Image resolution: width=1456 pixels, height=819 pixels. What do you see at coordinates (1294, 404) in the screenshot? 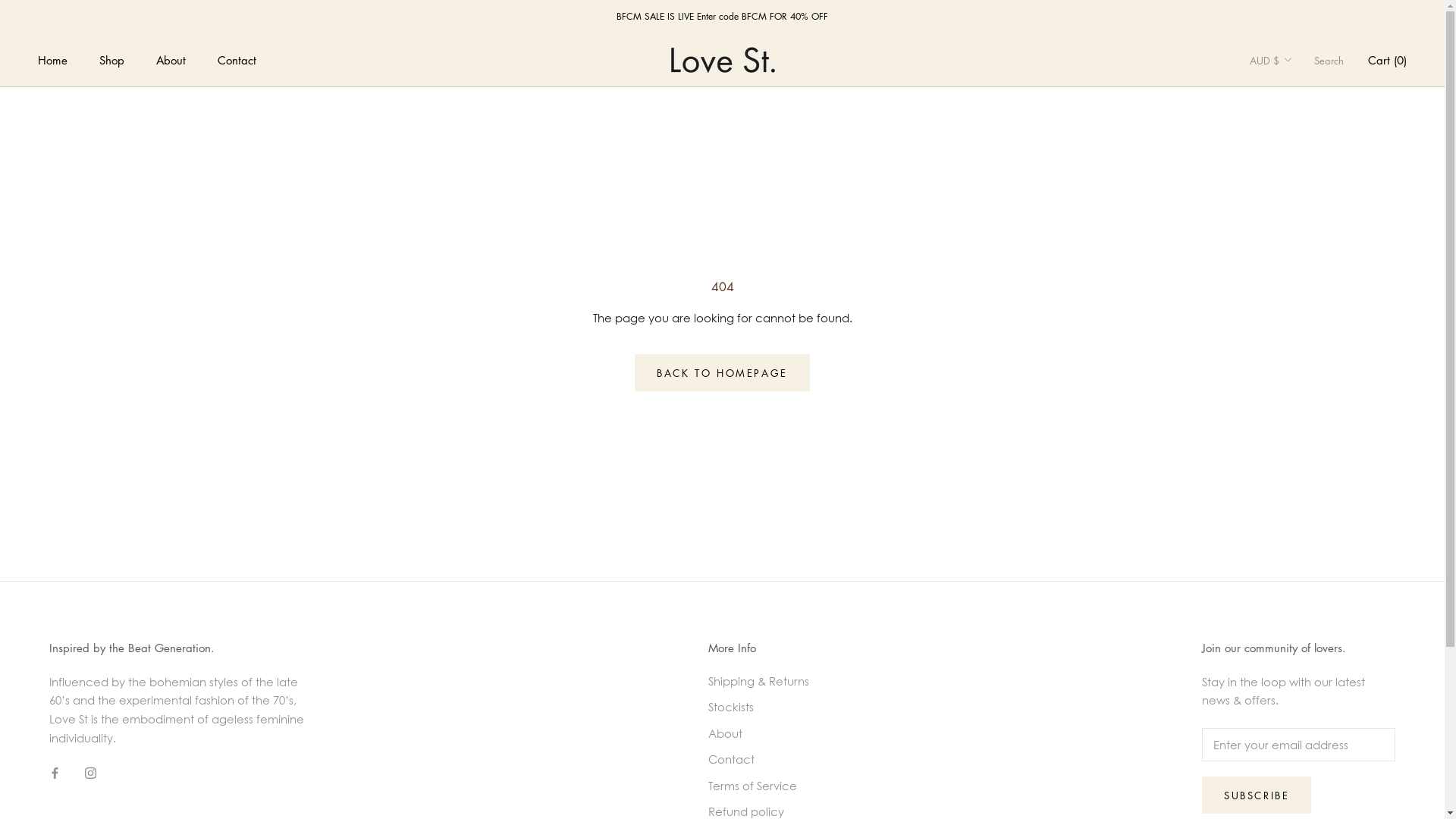
I see `'BND'` at bounding box center [1294, 404].